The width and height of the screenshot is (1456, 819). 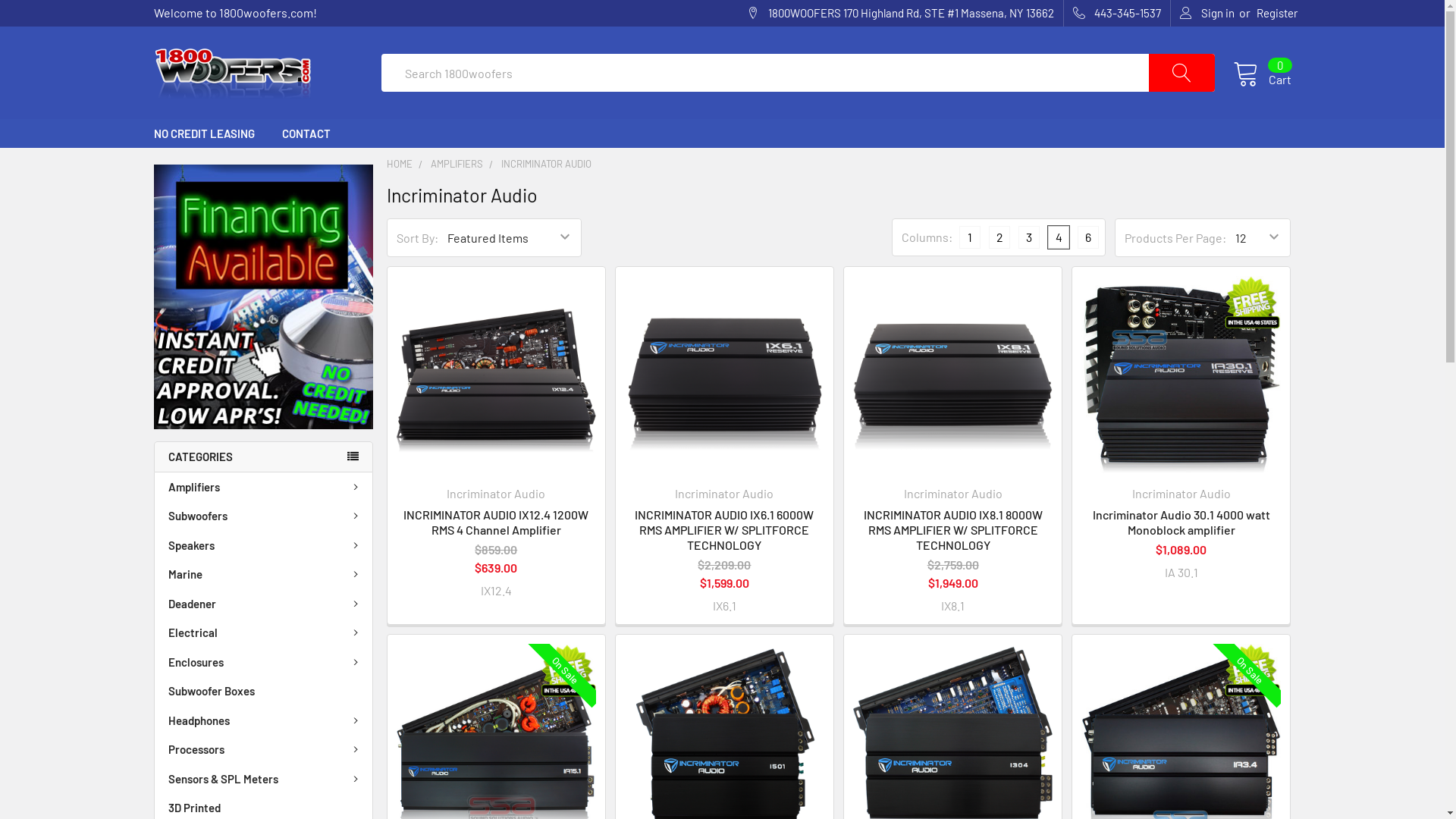 I want to click on 'Marine', so click(x=263, y=574).